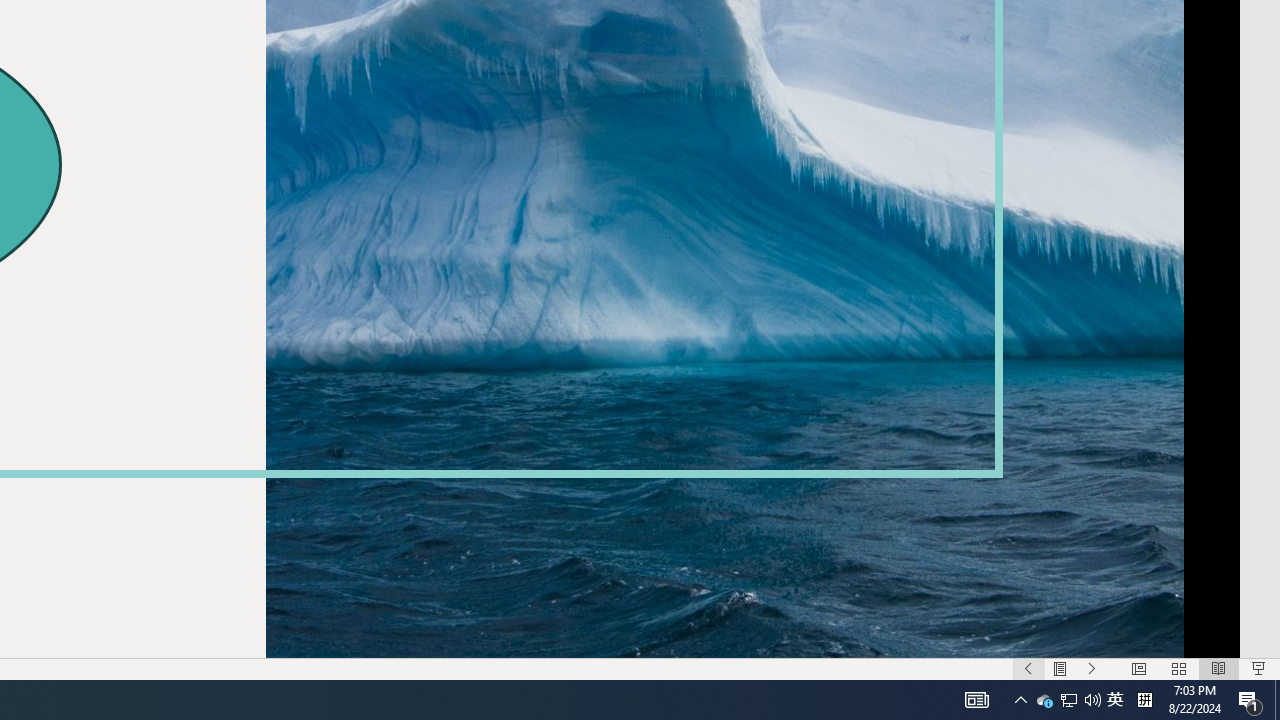  Describe the element at coordinates (1091, 669) in the screenshot. I see `'Slide Show Next On'` at that location.